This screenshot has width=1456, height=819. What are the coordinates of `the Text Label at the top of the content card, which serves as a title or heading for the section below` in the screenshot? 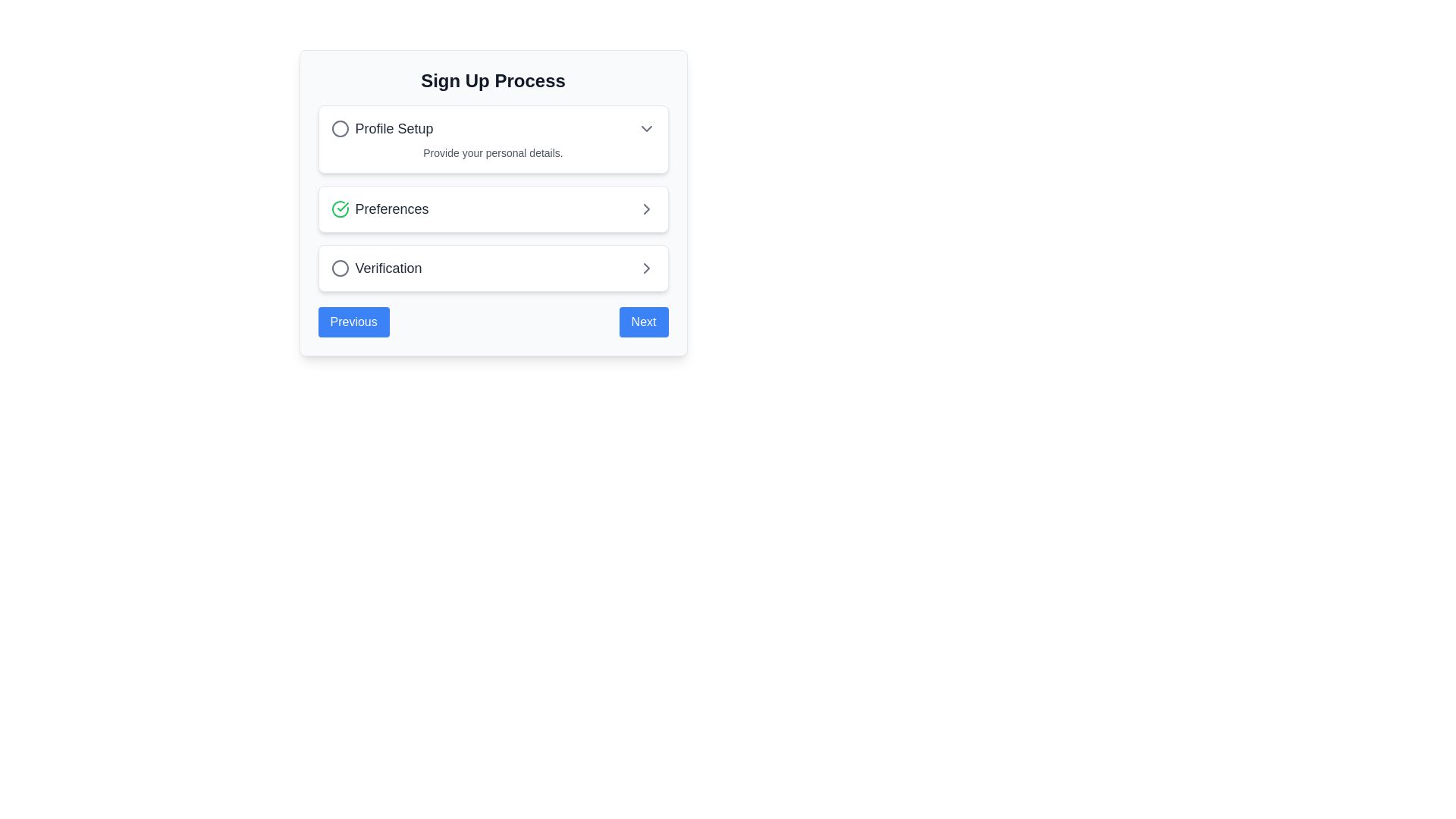 It's located at (493, 81).